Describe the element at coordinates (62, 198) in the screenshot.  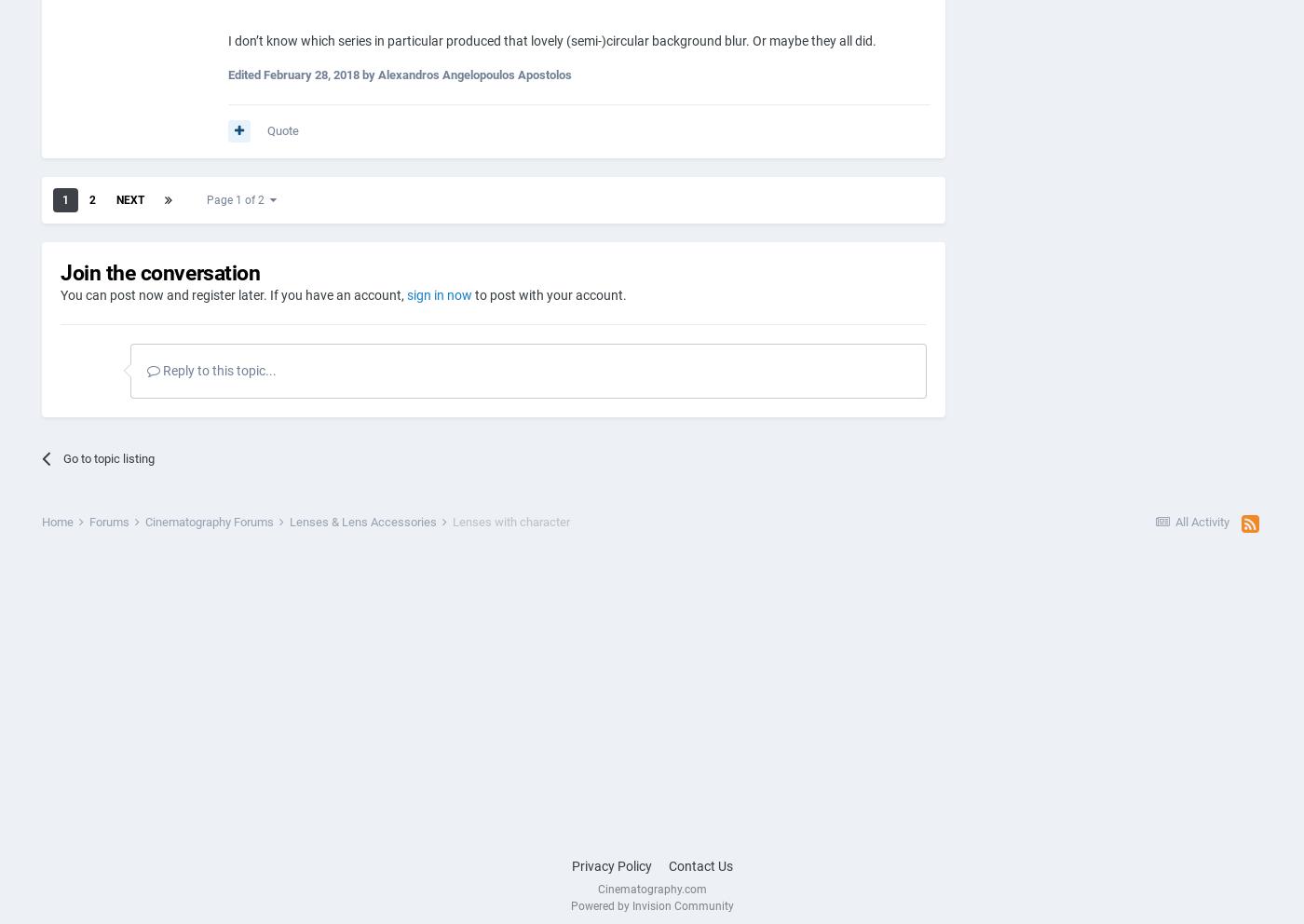
I see `'1'` at that location.